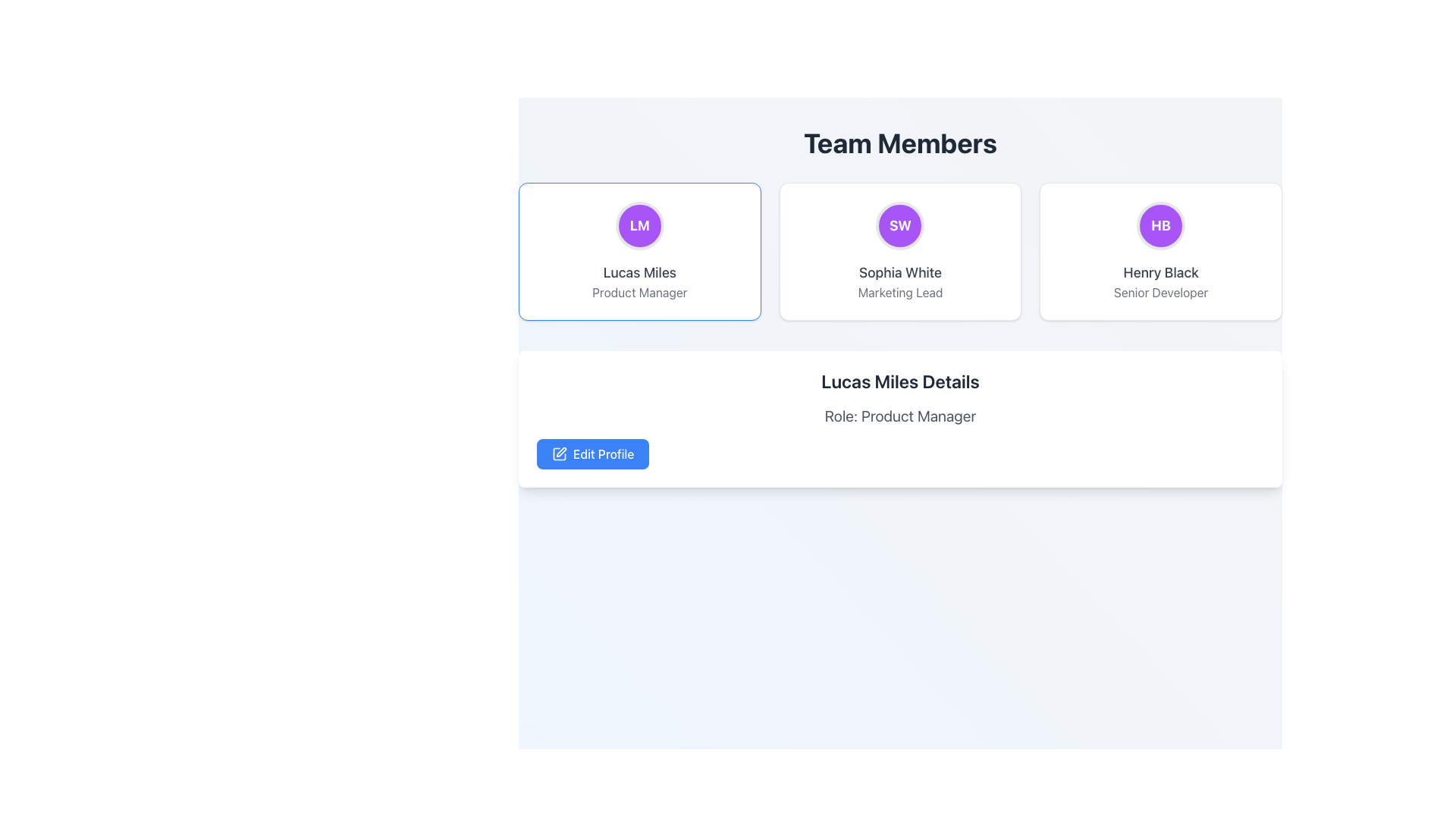 This screenshot has height=819, width=1456. I want to click on the Visual Icon or Avatar, which is a circular component with a purple background and the initials 'SW' centered in bold white text, so click(900, 225).